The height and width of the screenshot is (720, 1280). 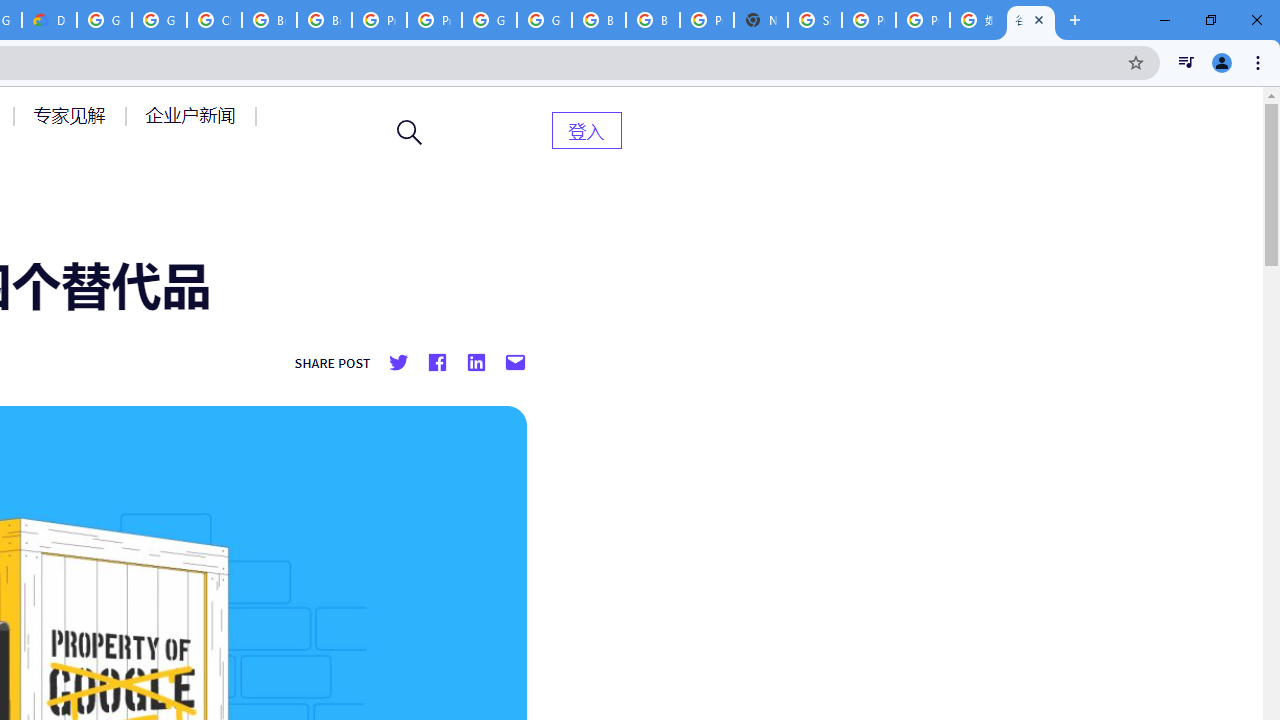 What do you see at coordinates (544, 20) in the screenshot?
I see `'Google Cloud Platform'` at bounding box center [544, 20].